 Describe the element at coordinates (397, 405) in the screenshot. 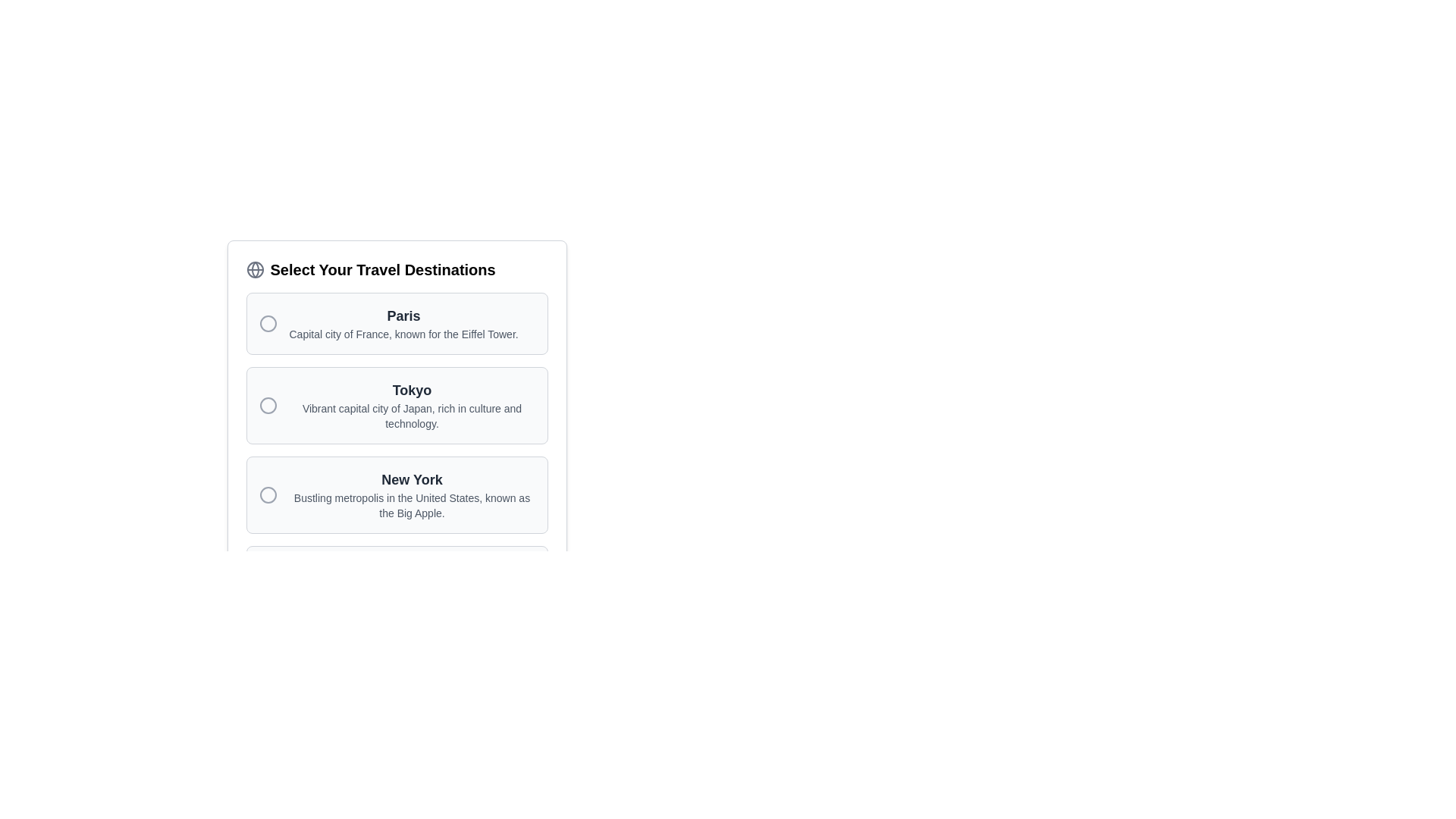

I see `textual content of the card titled 'Tokyo', which includes the description 'Vibrant capital city of Japan, rich in culture and technology.'` at that location.